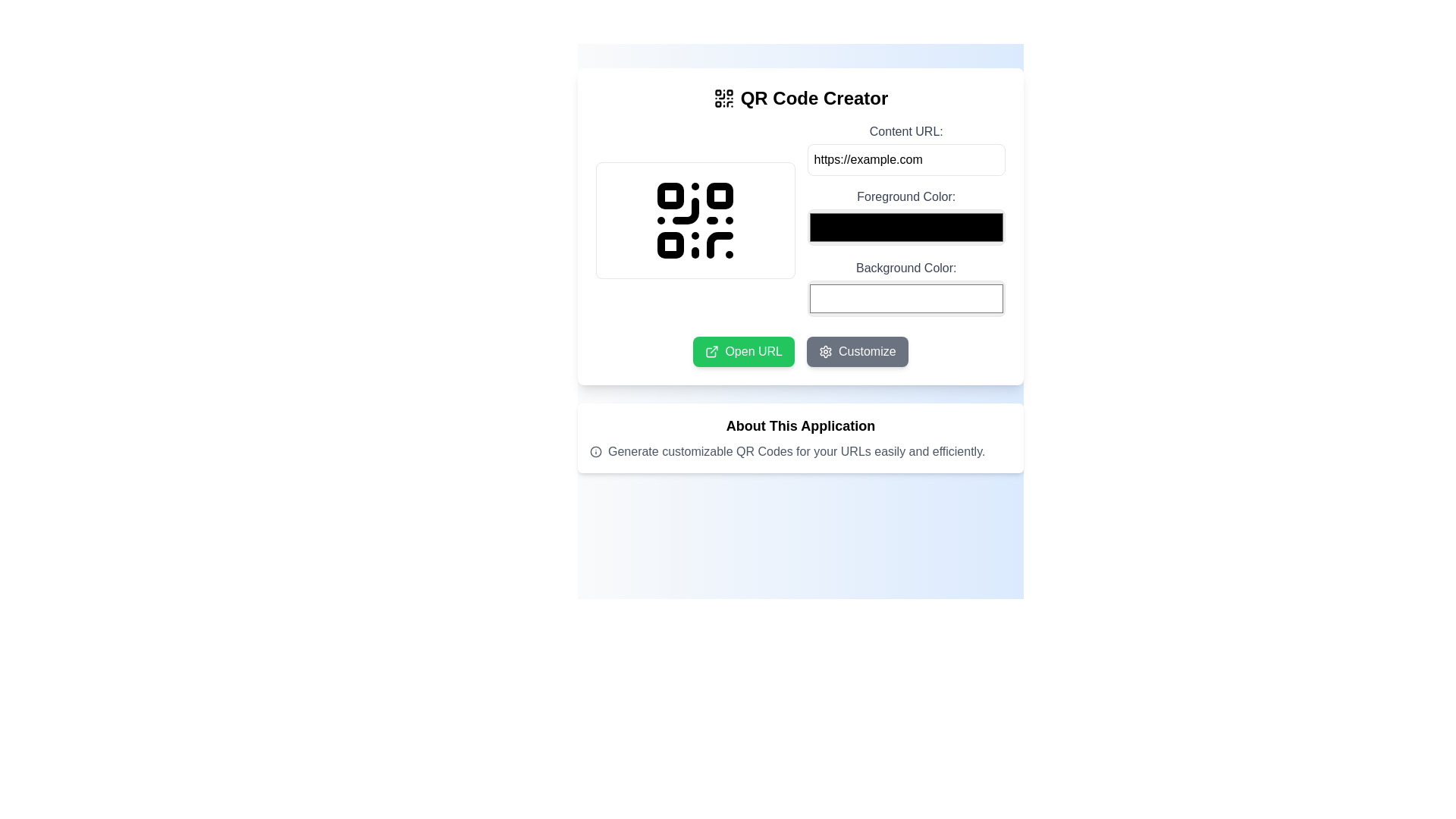 This screenshot has height=819, width=1456. I want to click on the Textual information label that describes the application's purpose for creating QR codes, positioned below the 'About This Application' heading, so click(800, 451).